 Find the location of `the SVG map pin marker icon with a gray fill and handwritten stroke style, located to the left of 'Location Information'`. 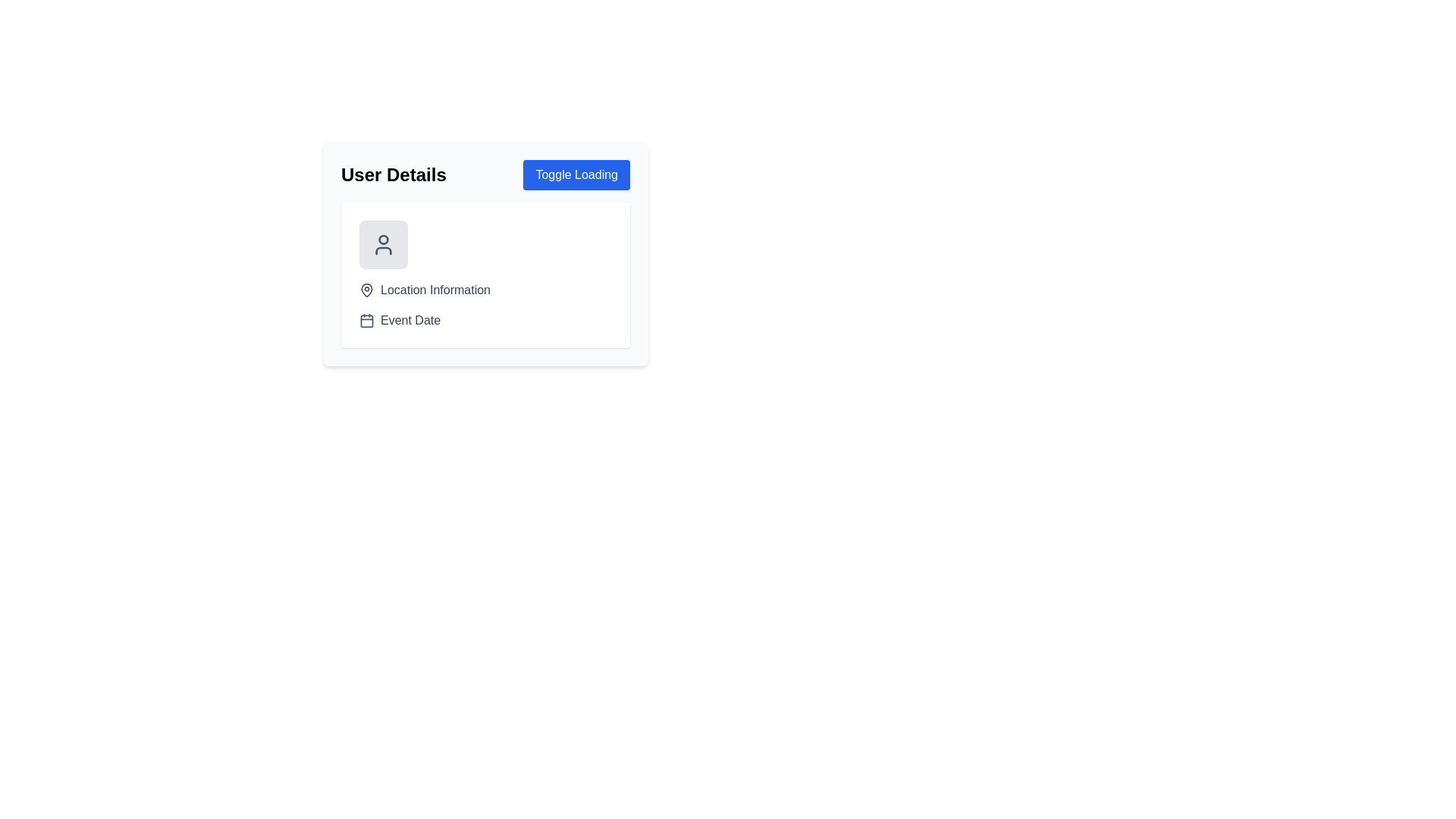

the SVG map pin marker icon with a gray fill and handwritten stroke style, located to the left of 'Location Information' is located at coordinates (367, 290).